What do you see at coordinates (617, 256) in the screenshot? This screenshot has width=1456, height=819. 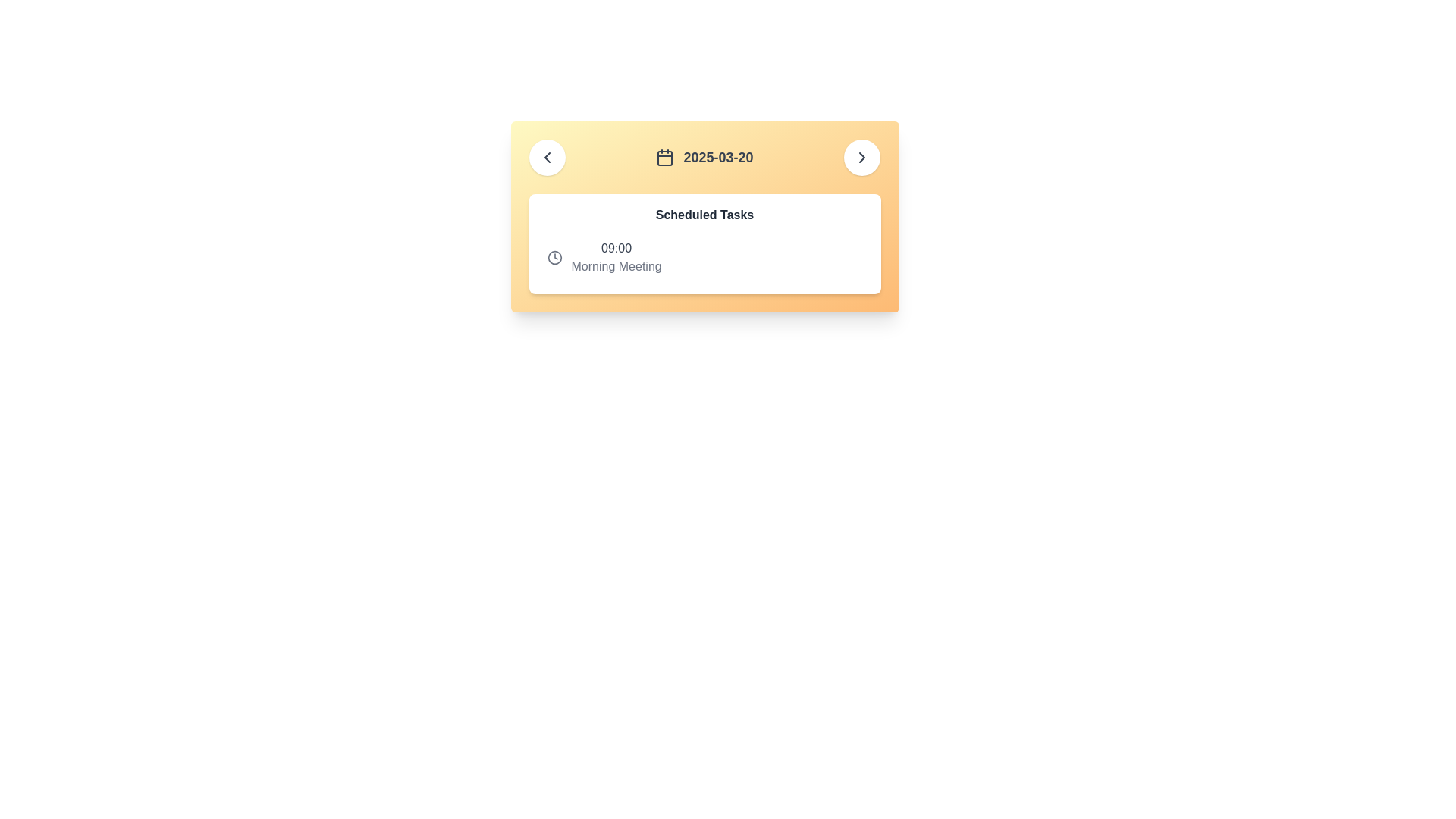 I see `the schedule entry text block displaying '09:00' and 'Morning Meeting', located in the 'Scheduled Tasks' section, immediately to the right of the clock icon` at bounding box center [617, 256].